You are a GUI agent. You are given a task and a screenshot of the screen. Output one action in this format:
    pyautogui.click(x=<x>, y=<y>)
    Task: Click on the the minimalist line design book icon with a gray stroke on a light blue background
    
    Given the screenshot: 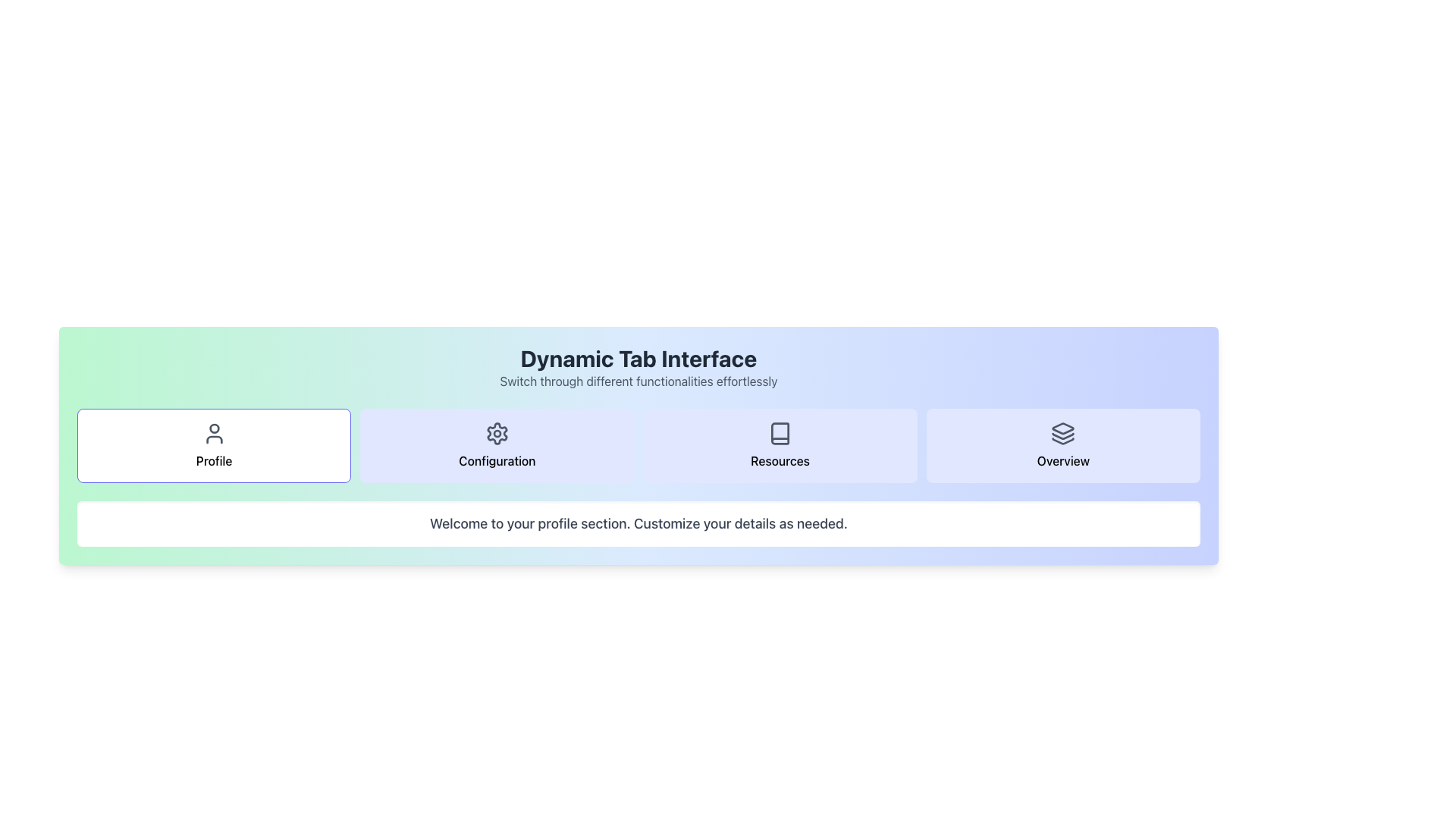 What is the action you would take?
    pyautogui.click(x=780, y=433)
    